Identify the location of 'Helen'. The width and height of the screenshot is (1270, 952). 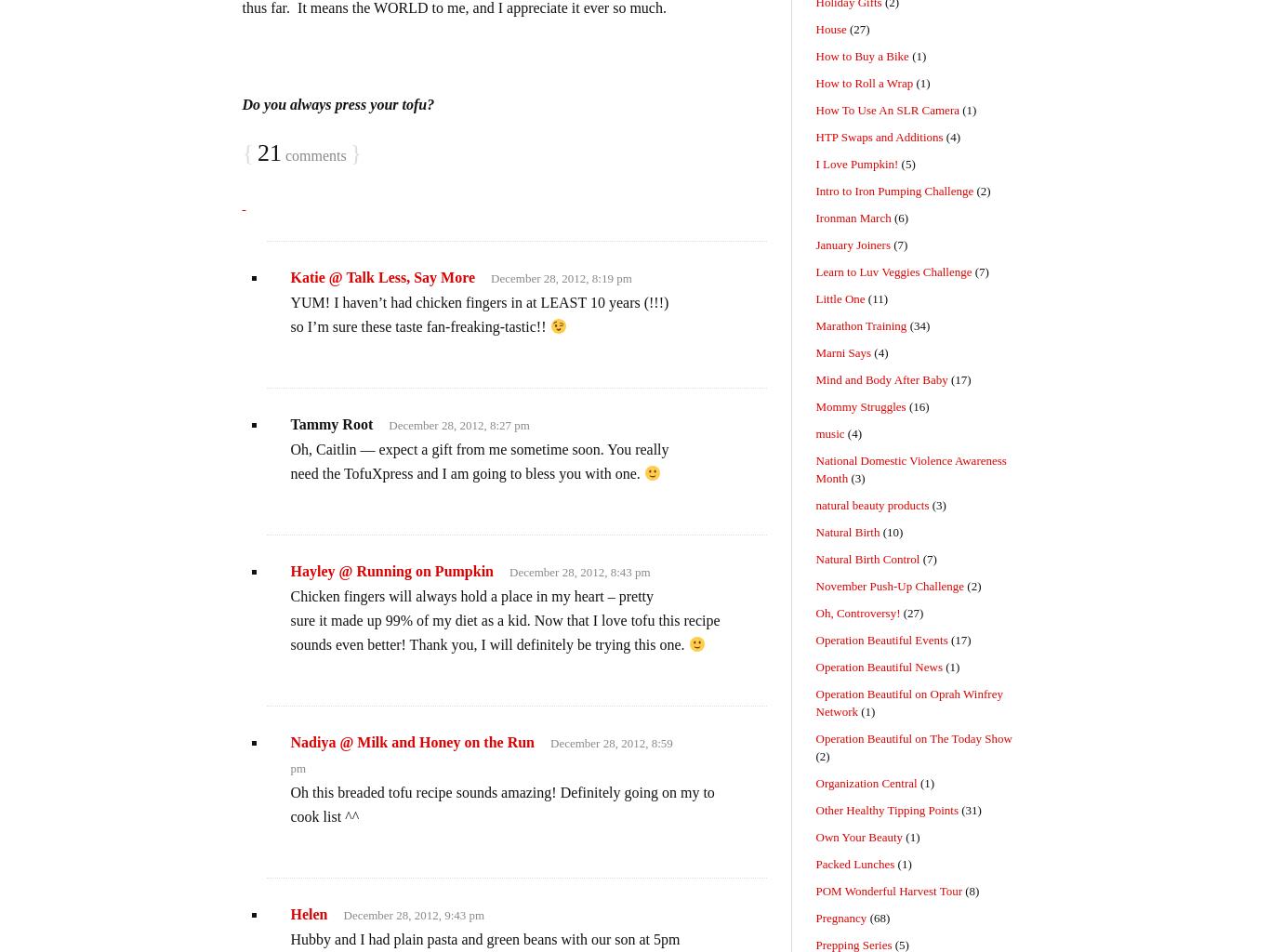
(308, 913).